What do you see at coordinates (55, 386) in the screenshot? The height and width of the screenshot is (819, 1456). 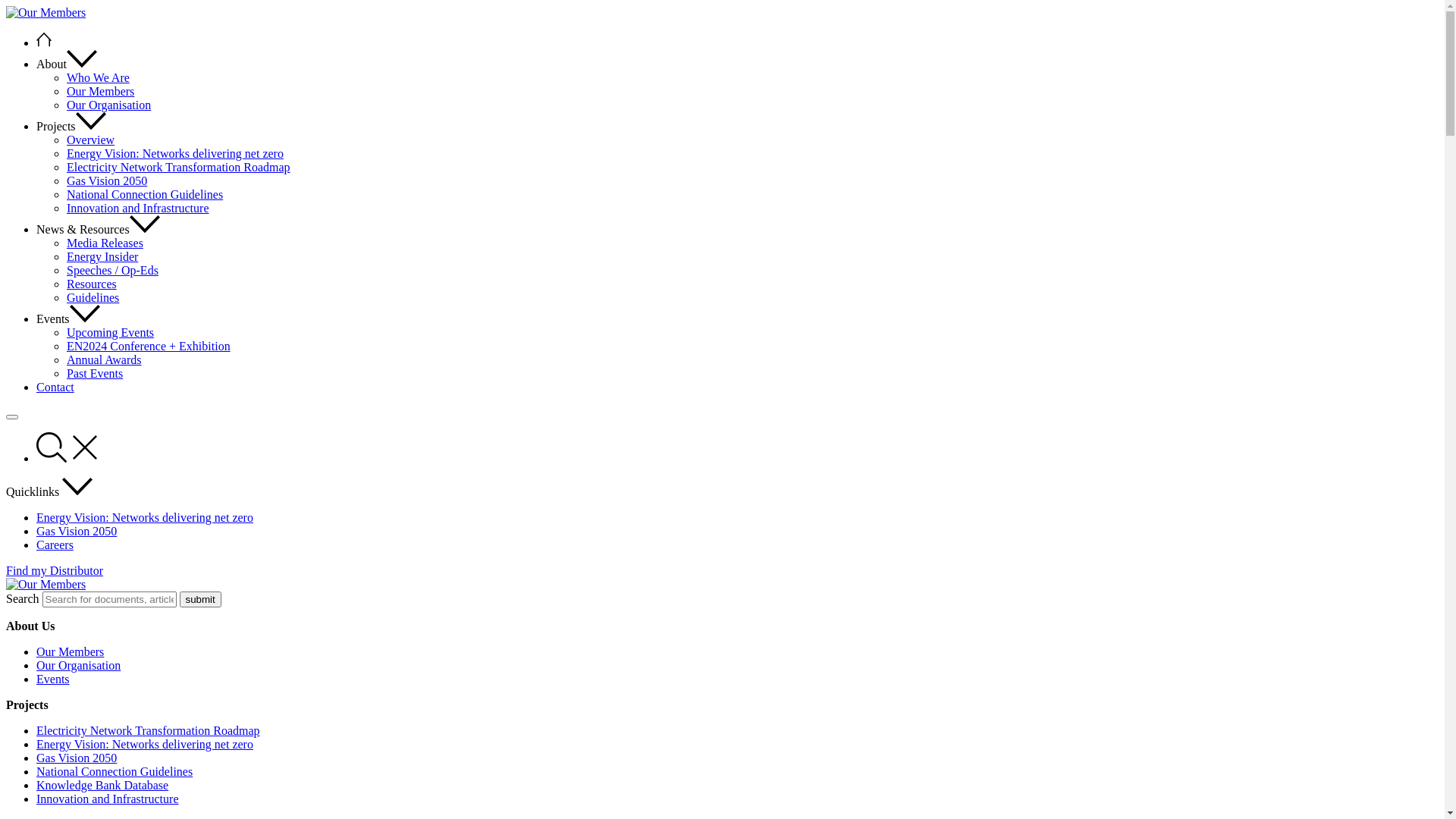 I see `'Contact'` at bounding box center [55, 386].